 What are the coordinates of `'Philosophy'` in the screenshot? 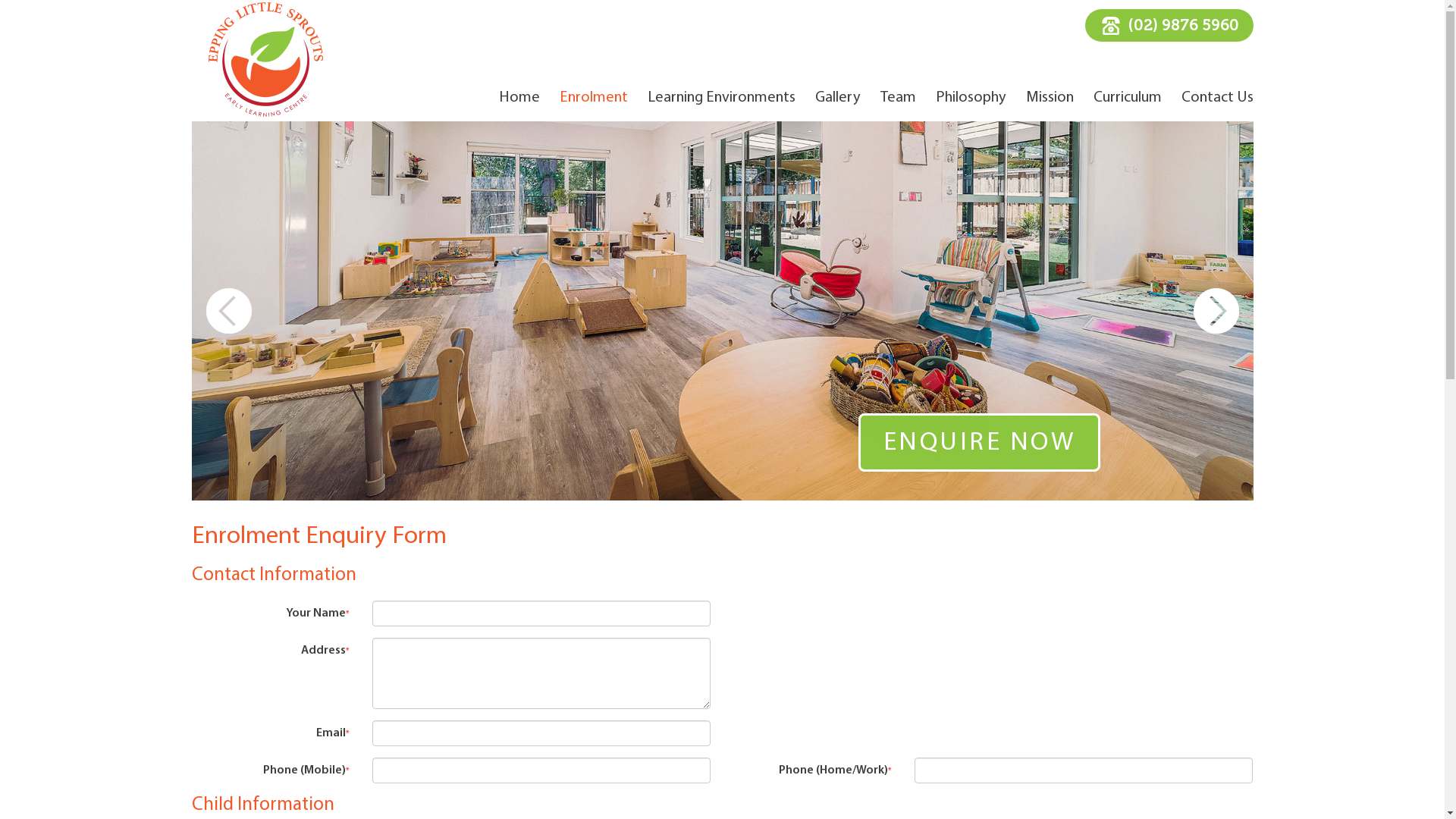 It's located at (971, 98).